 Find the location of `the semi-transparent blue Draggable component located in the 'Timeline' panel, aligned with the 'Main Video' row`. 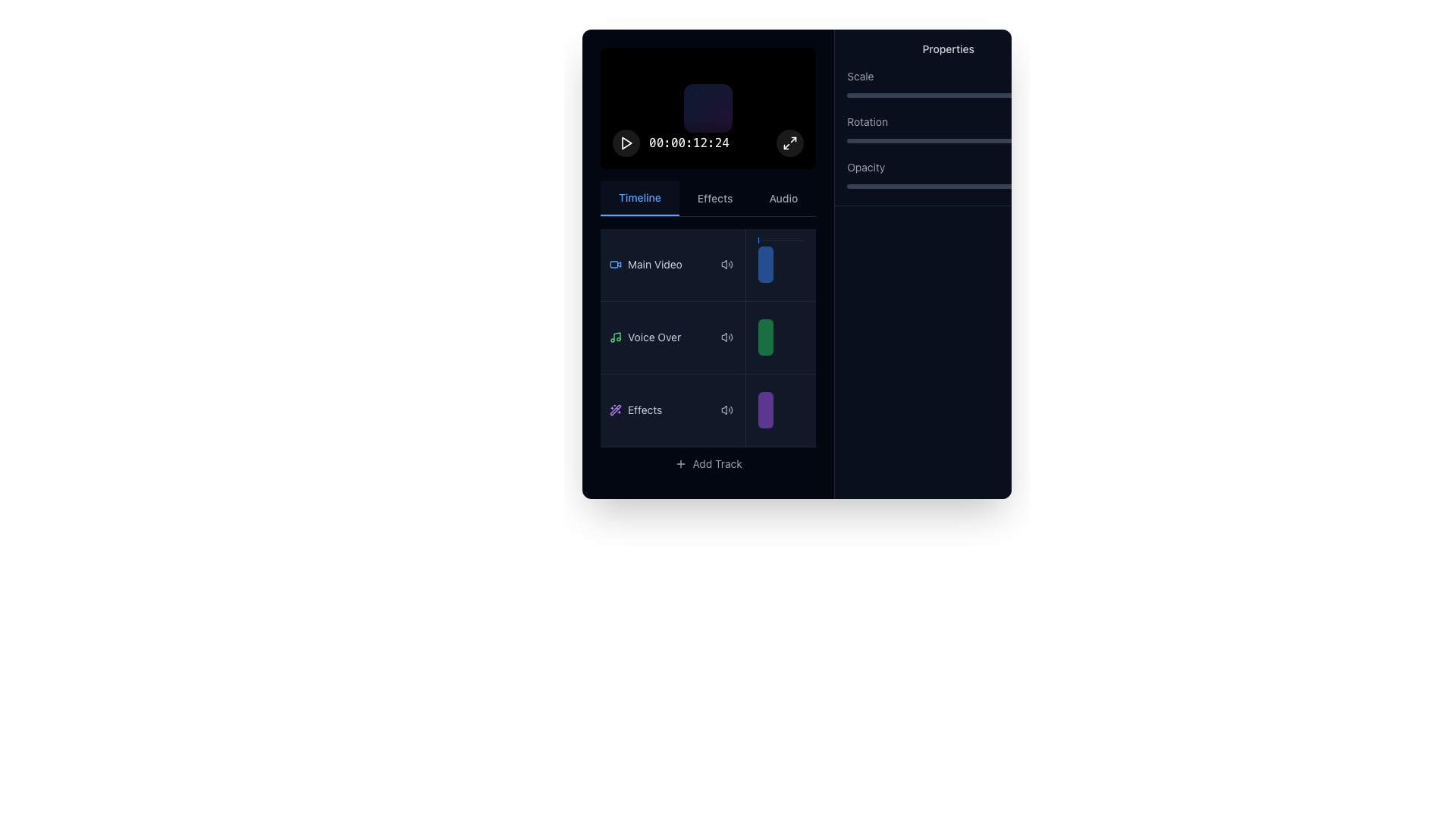

the semi-transparent blue Draggable component located in the 'Timeline' panel, aligned with the 'Main Video' row is located at coordinates (766, 264).